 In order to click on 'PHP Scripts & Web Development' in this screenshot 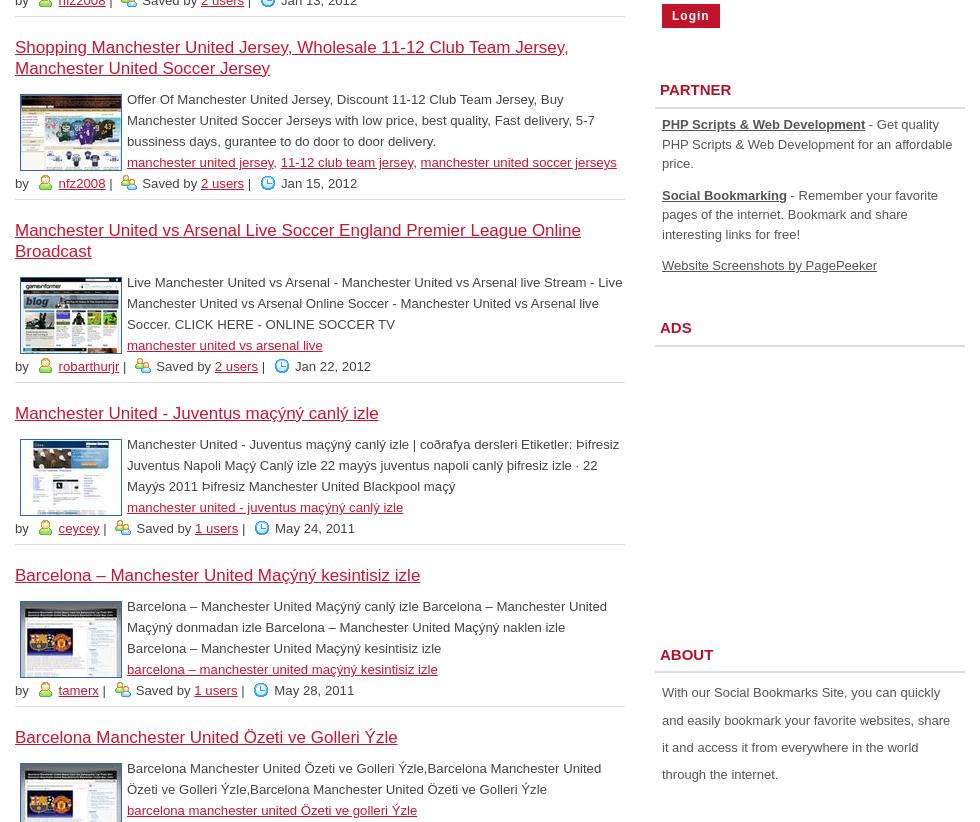, I will do `click(763, 124)`.